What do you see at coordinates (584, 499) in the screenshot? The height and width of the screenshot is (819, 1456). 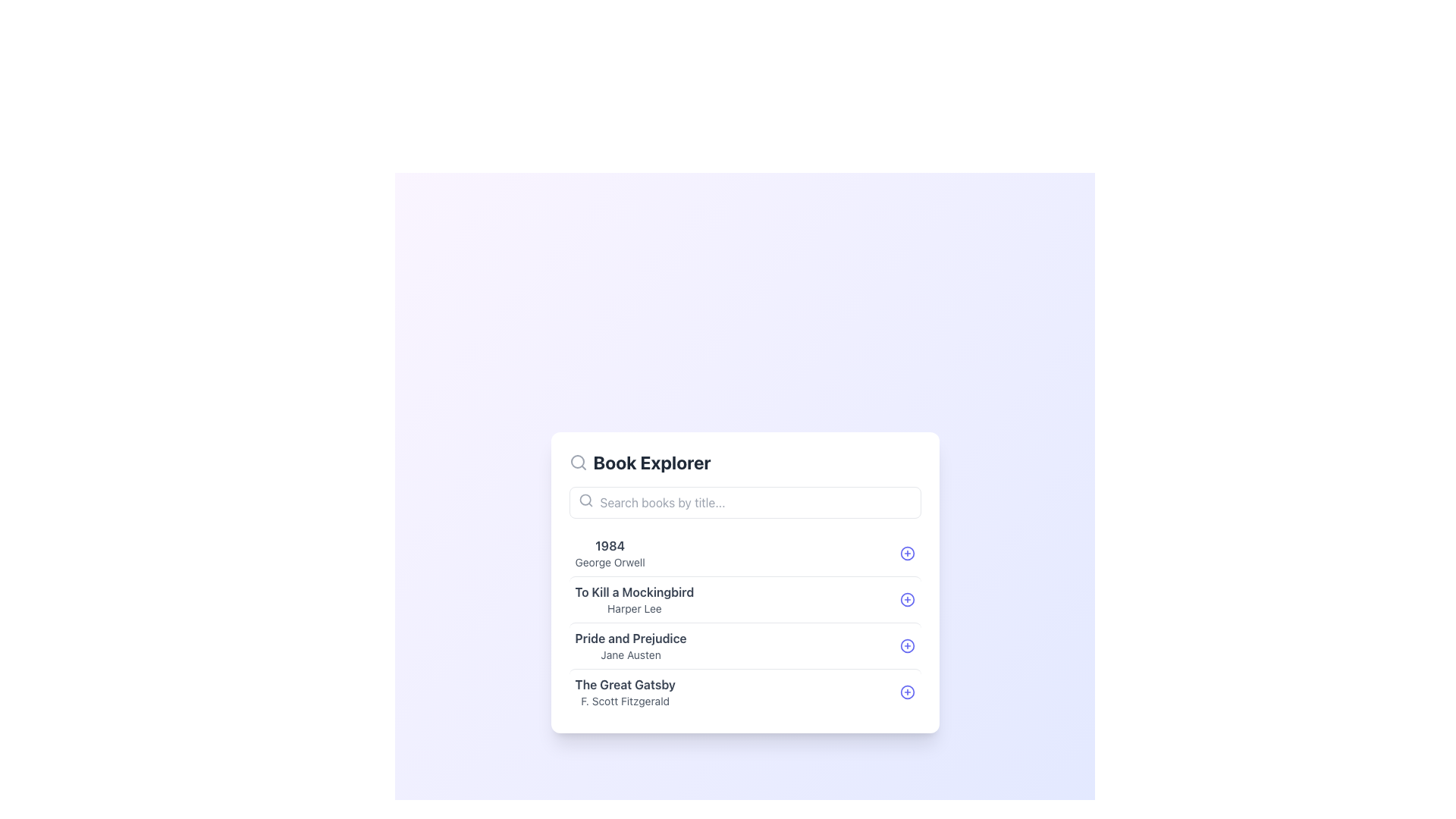 I see `the circular icon component of the search icon located at the top-left corner of the search input field below the 'Book Explorer' heading` at bounding box center [584, 499].